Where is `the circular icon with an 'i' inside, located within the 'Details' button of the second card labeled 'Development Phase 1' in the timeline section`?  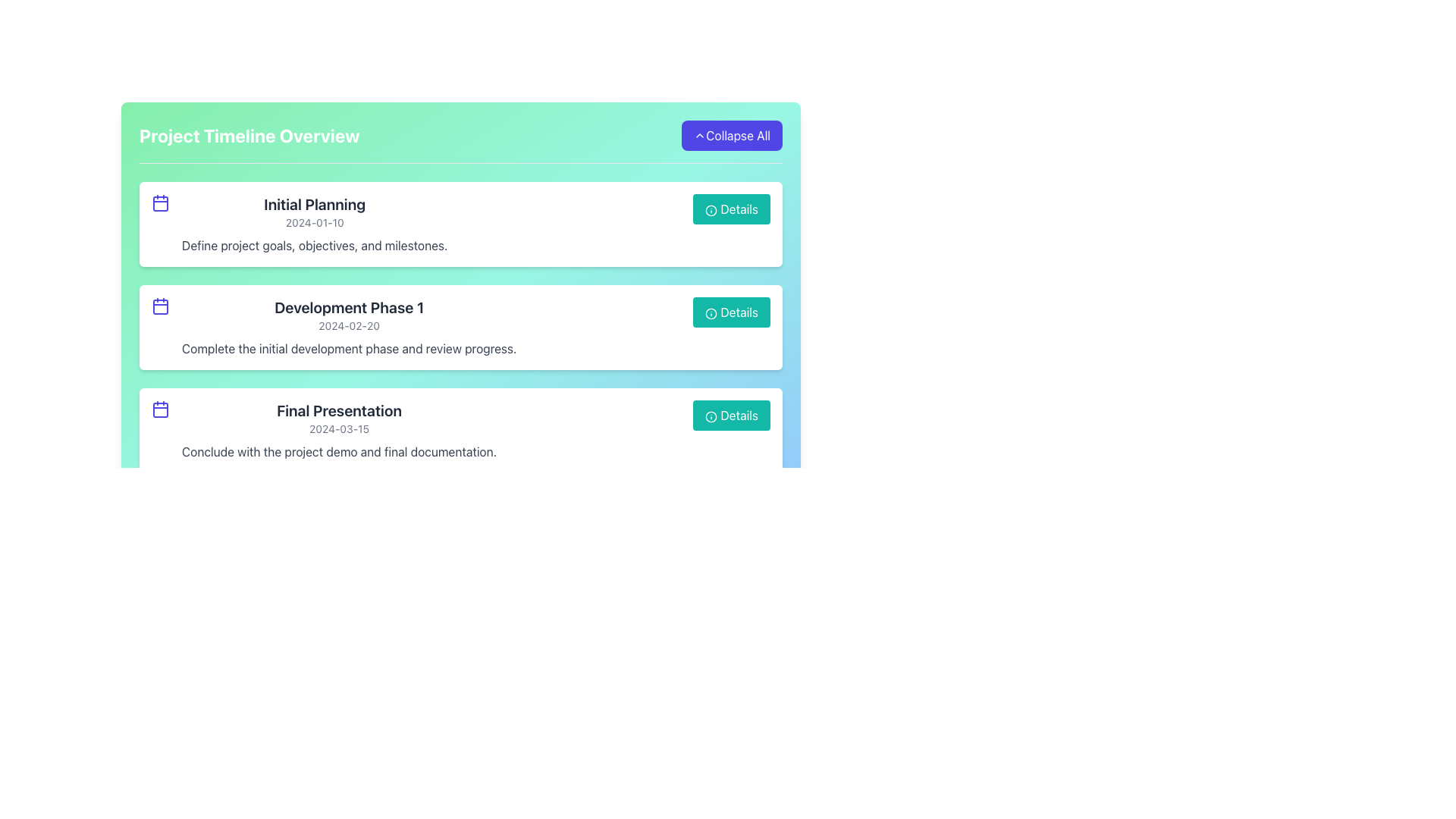
the circular icon with an 'i' inside, located within the 'Details' button of the second card labeled 'Development Phase 1' in the timeline section is located at coordinates (711, 312).